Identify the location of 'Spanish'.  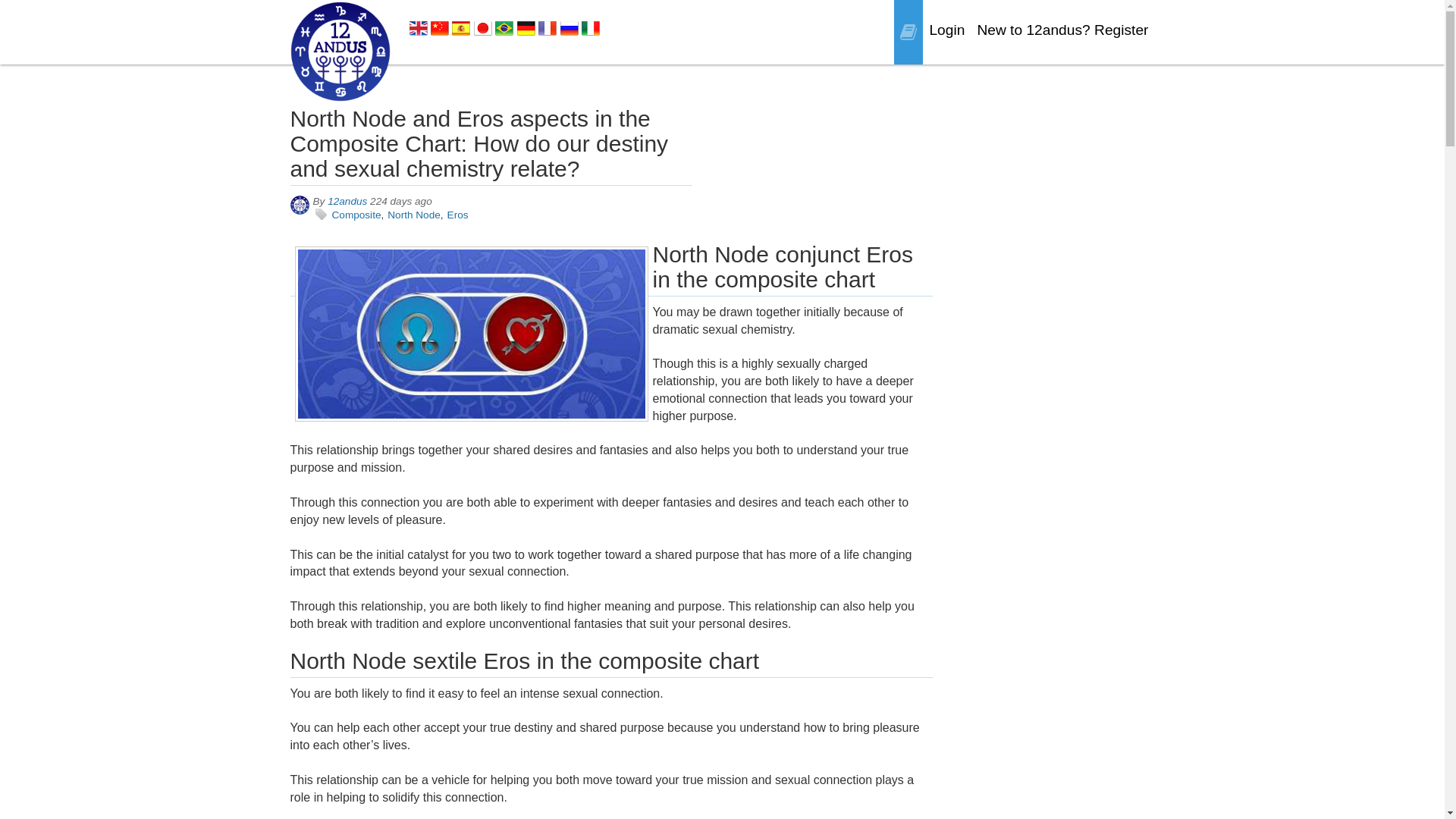
(450, 27).